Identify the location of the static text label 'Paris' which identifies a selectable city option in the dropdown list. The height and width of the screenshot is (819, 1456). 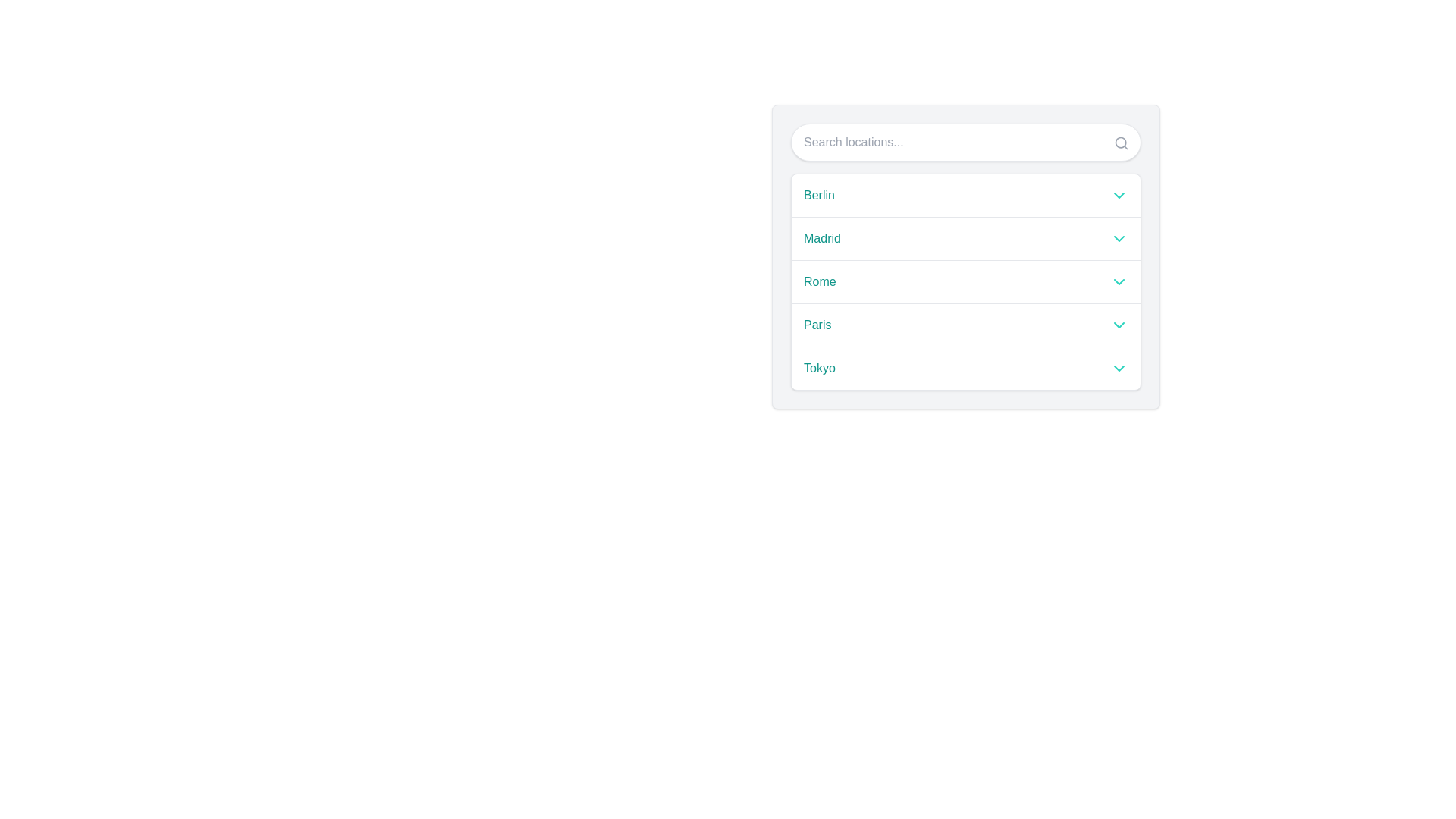
(817, 324).